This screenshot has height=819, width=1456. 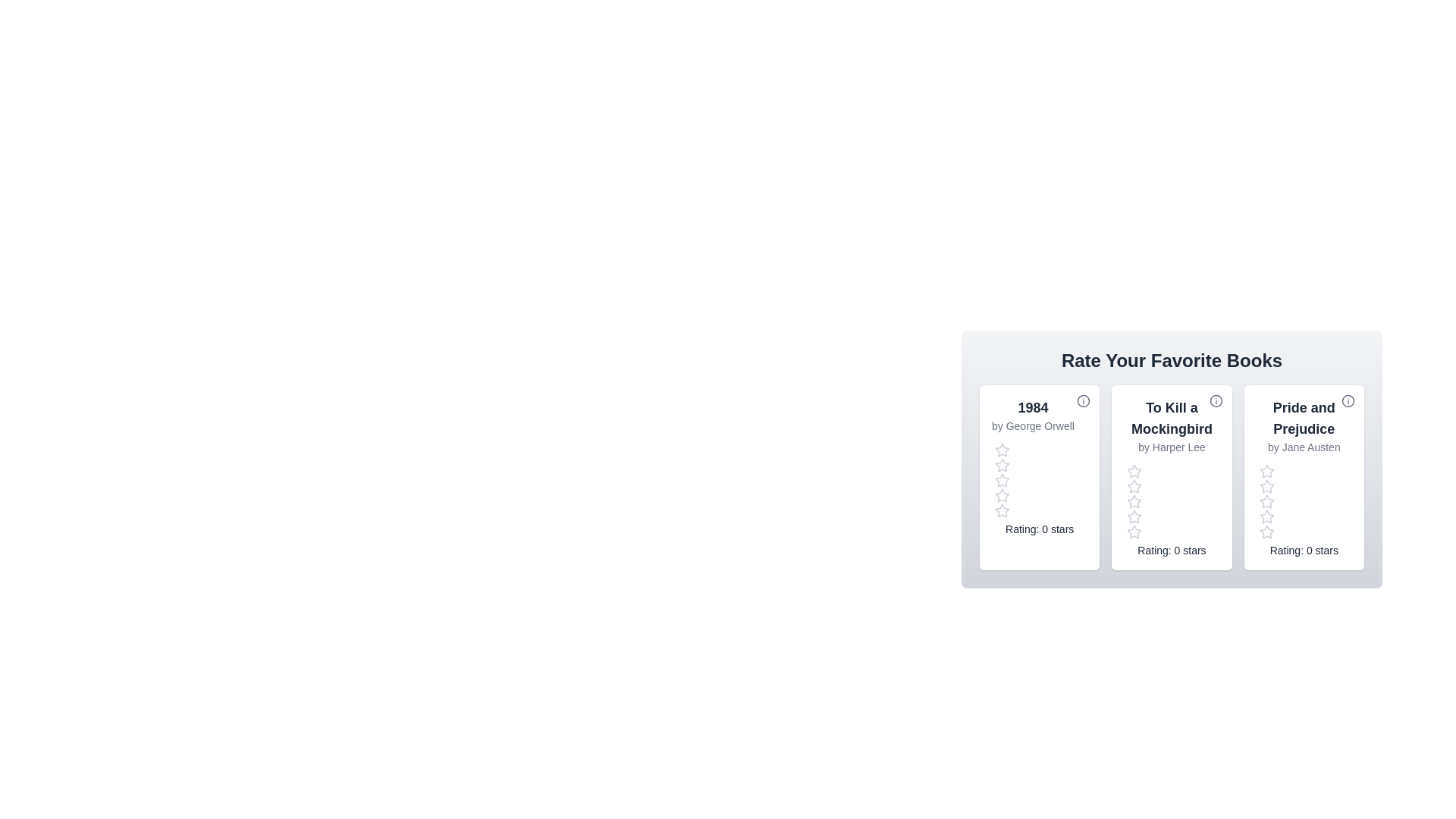 I want to click on the info icon for the book titled '1984' to view its details, so click(x=1083, y=400).